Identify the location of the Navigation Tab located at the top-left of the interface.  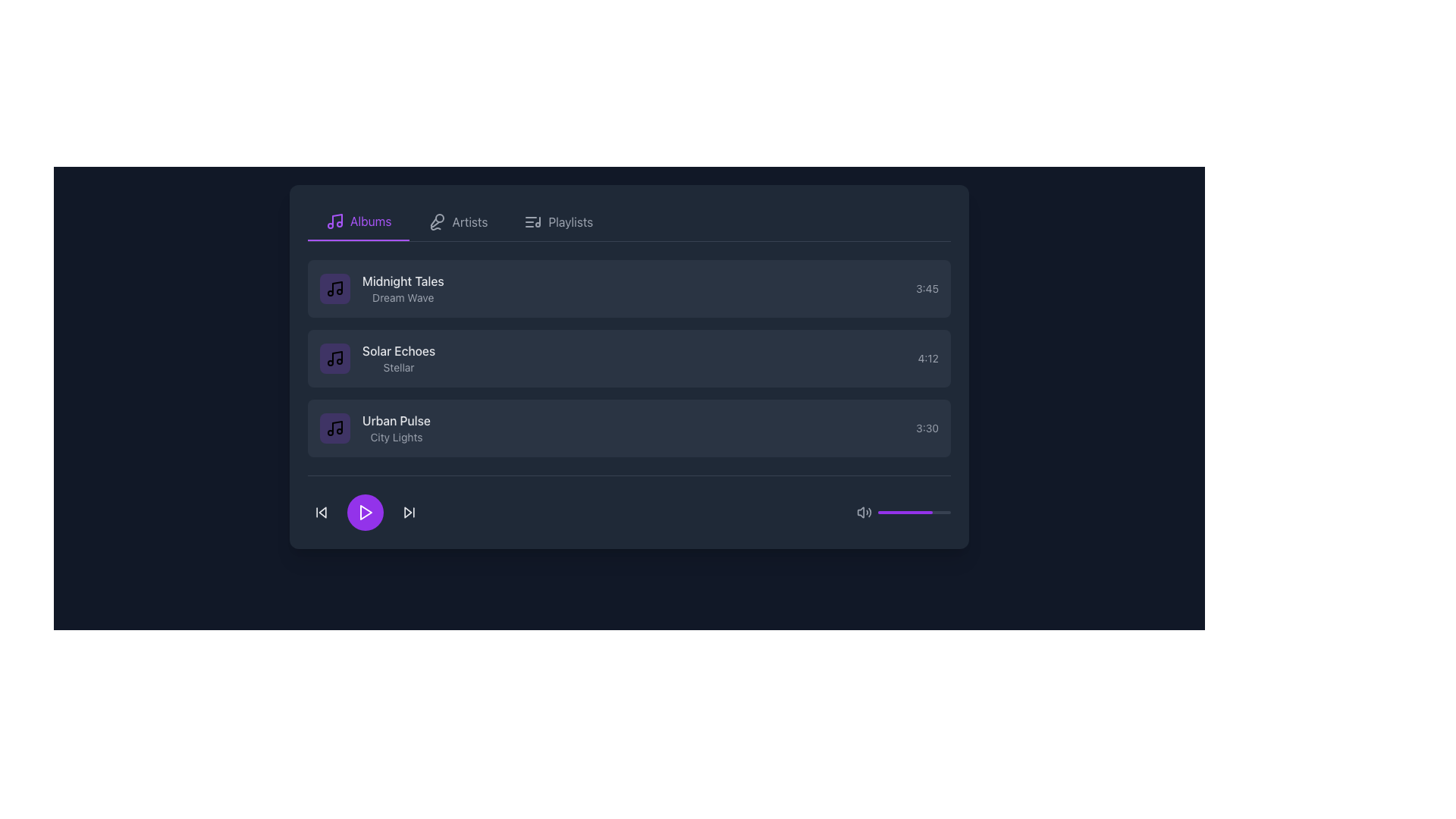
(358, 222).